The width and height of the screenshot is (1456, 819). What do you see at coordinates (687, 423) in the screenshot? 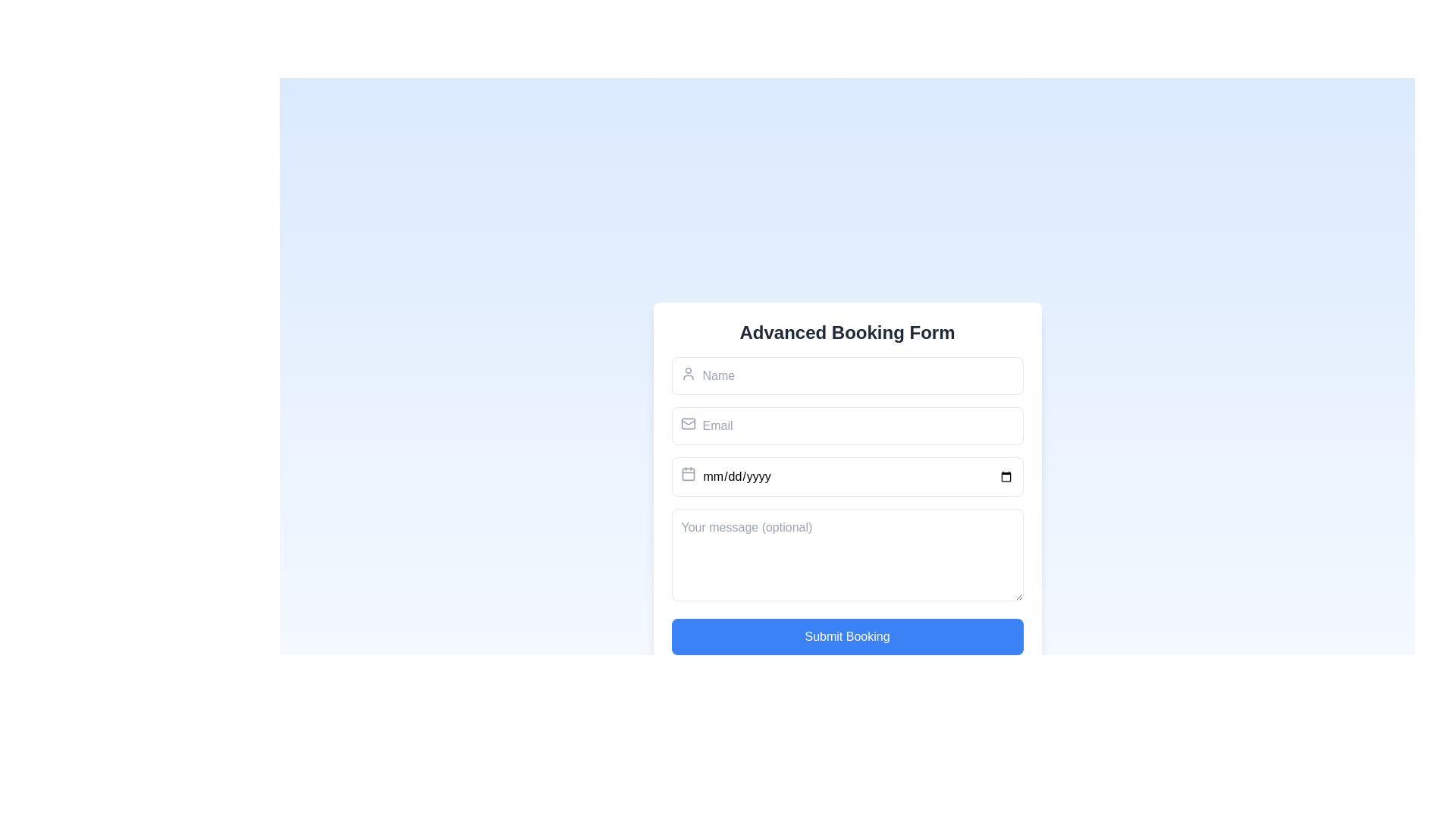
I see `the grayish rectangular icon with rounded corners that resembles a closed envelope, located within the email input field section of the advanced booking form` at bounding box center [687, 423].